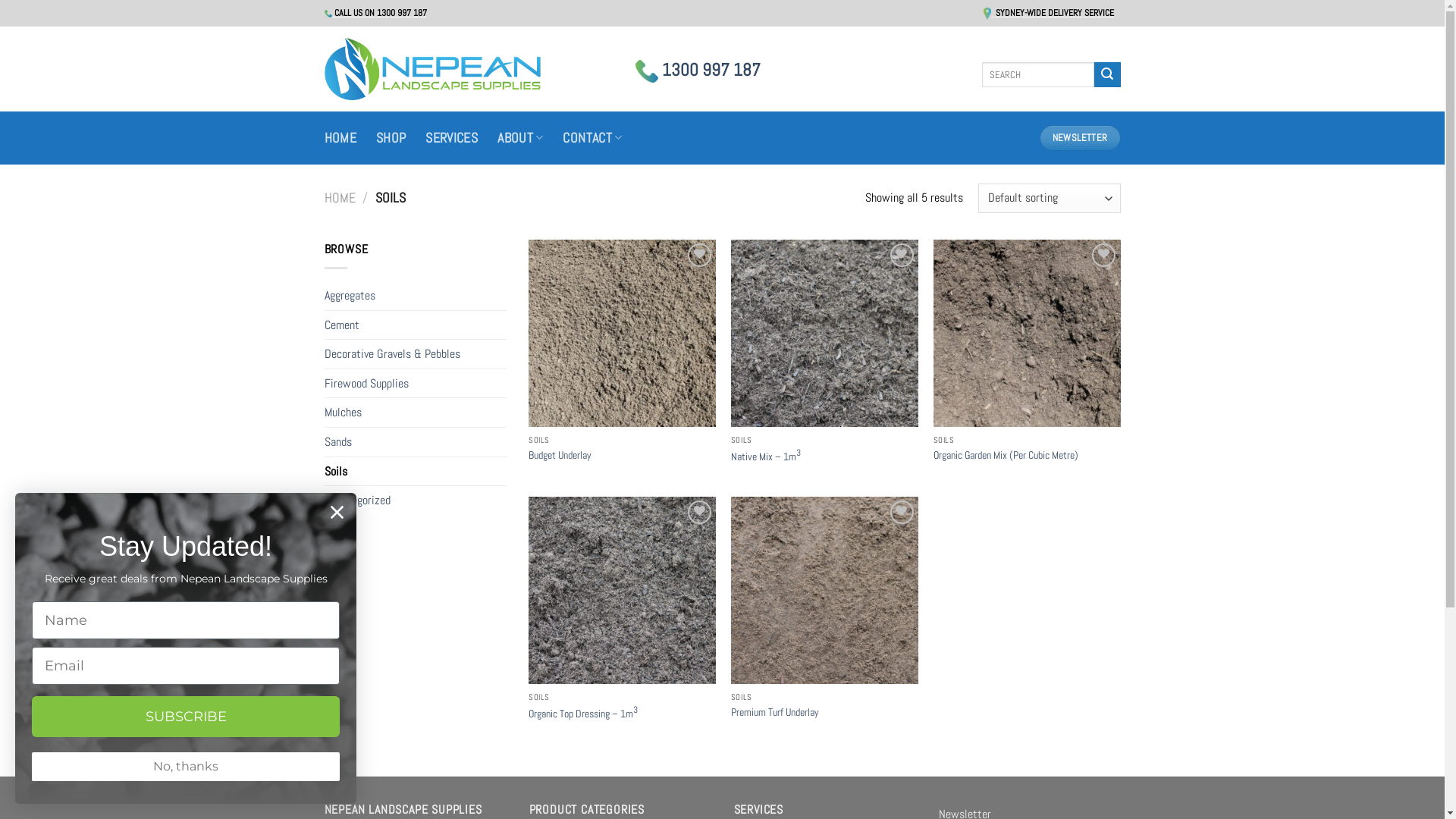  What do you see at coordinates (391, 137) in the screenshot?
I see `'SHOP'` at bounding box center [391, 137].